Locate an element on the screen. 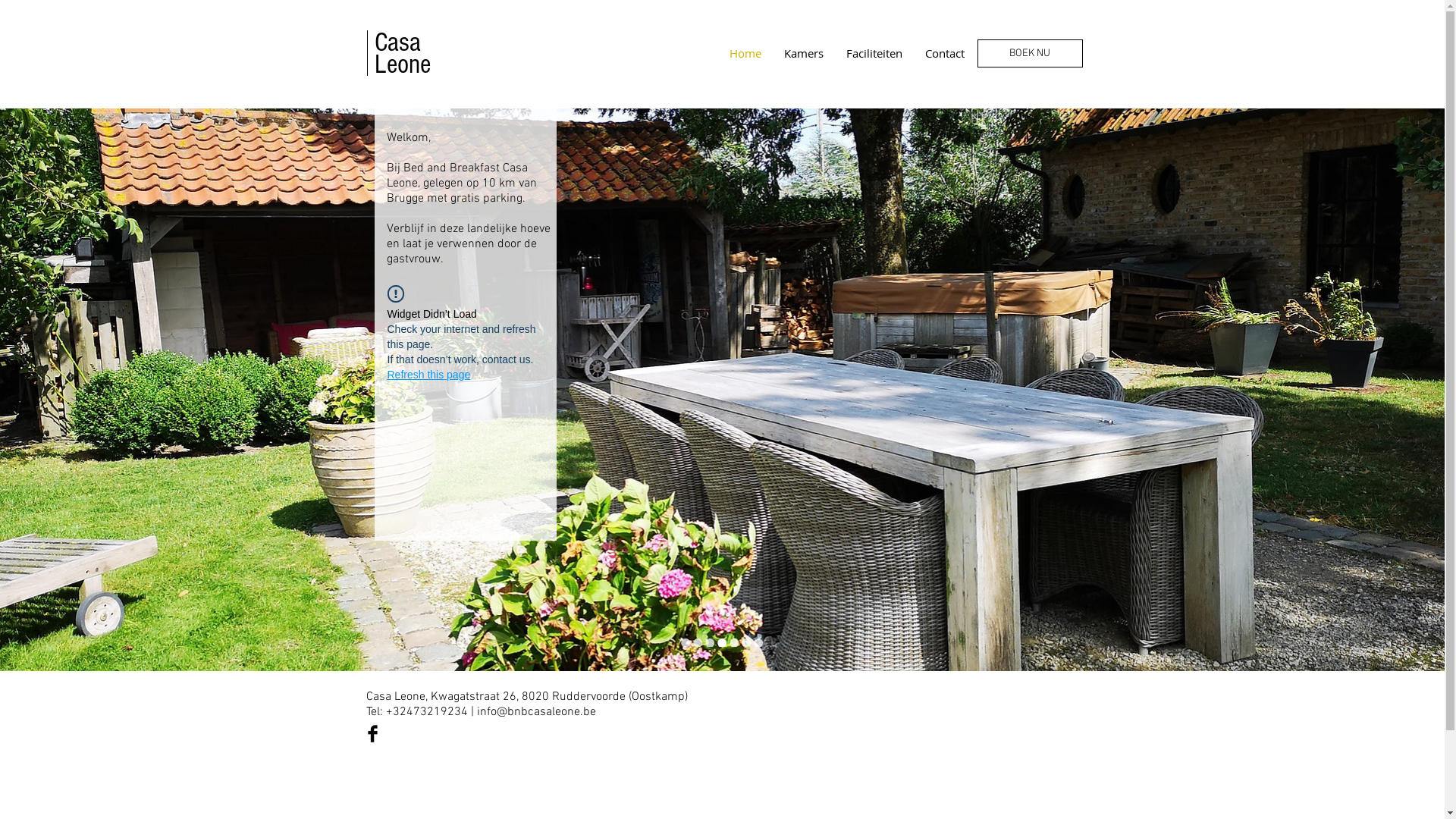  'Refresh this page' is located at coordinates (428, 374).